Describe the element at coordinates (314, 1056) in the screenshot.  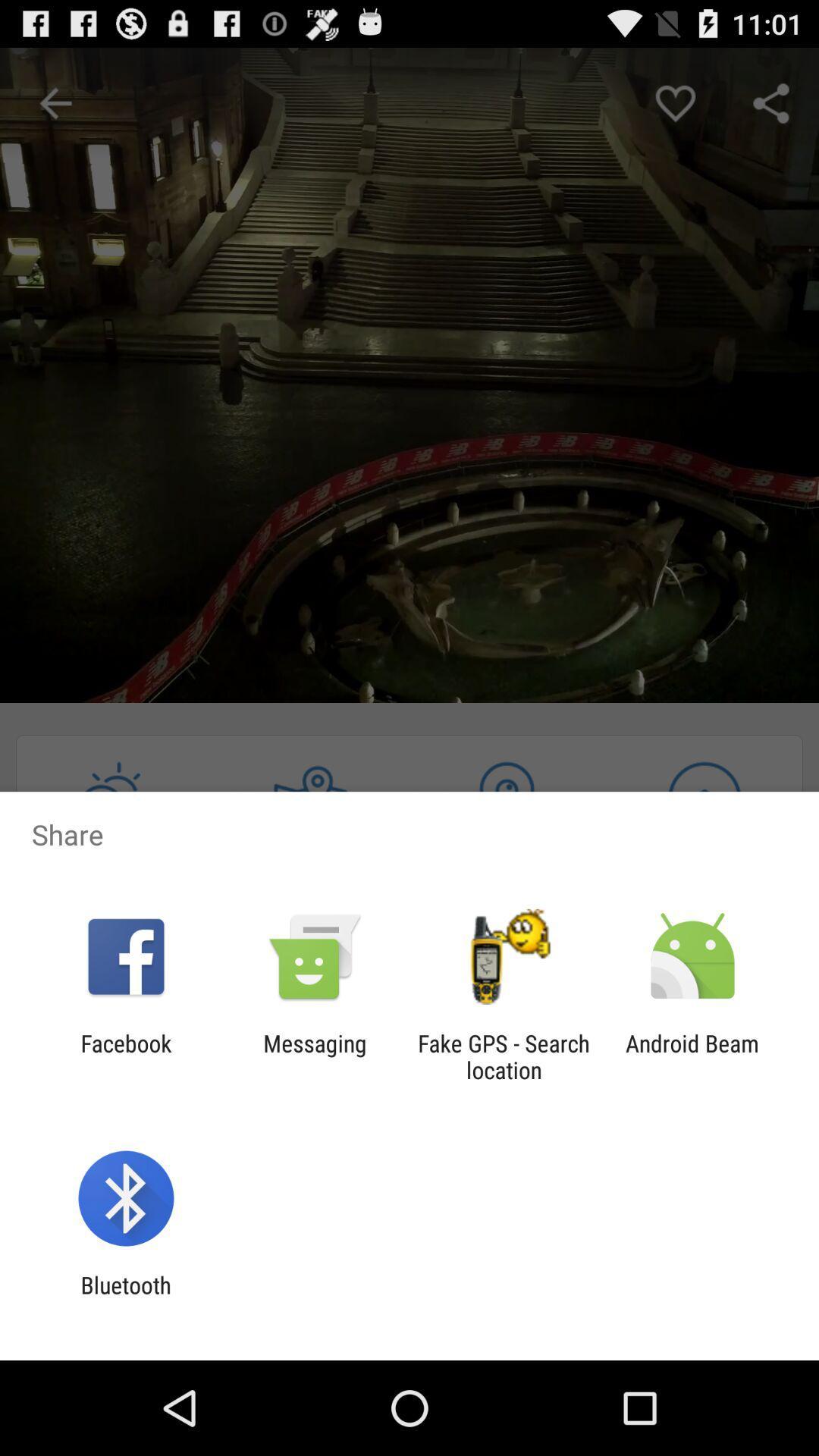
I see `the item to the right of the facebook` at that location.